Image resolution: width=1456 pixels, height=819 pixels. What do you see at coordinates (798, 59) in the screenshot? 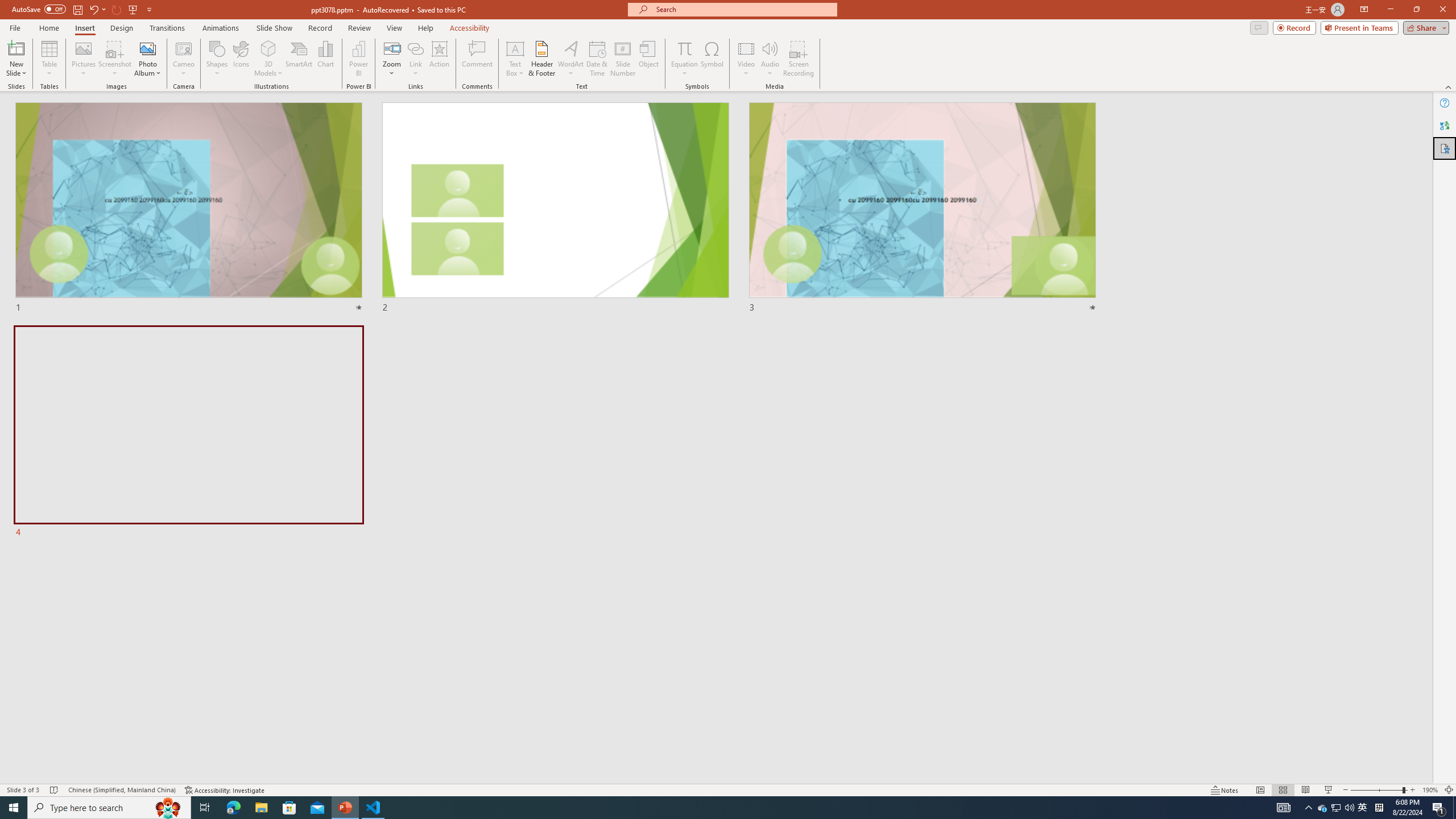
I see `'Screen Recording...'` at bounding box center [798, 59].